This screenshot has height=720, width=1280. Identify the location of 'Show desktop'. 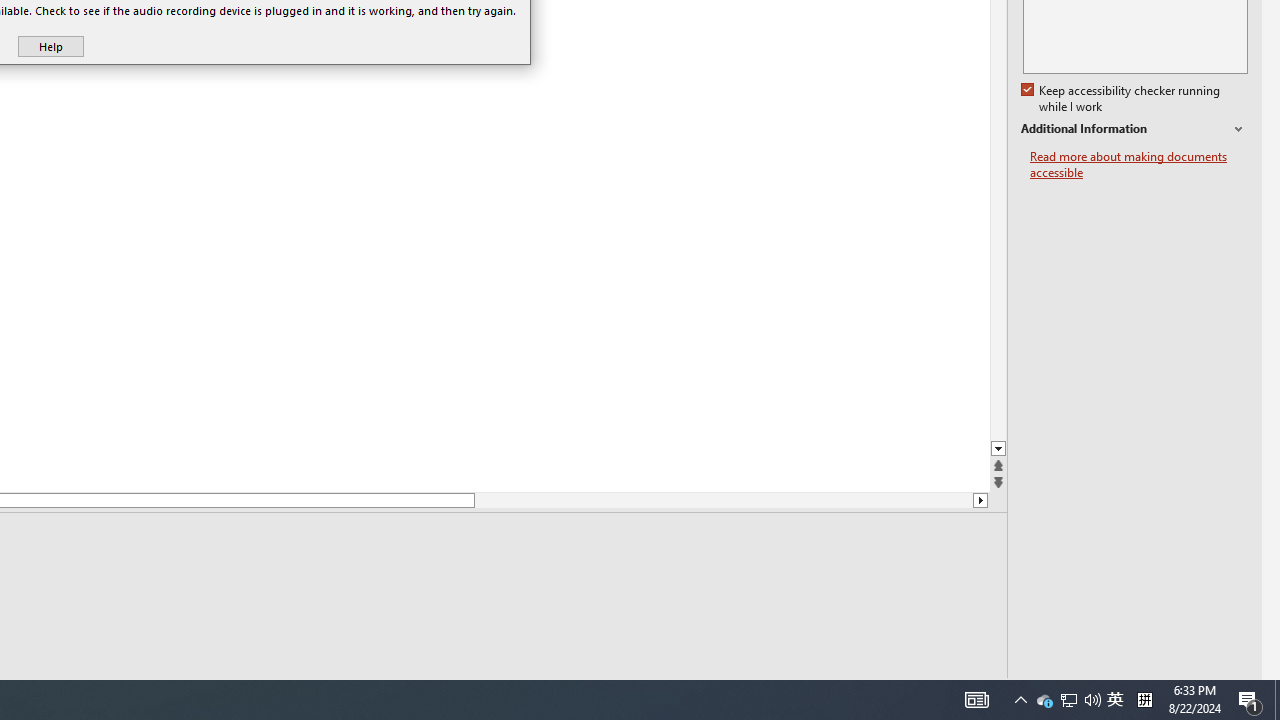
(1276, 698).